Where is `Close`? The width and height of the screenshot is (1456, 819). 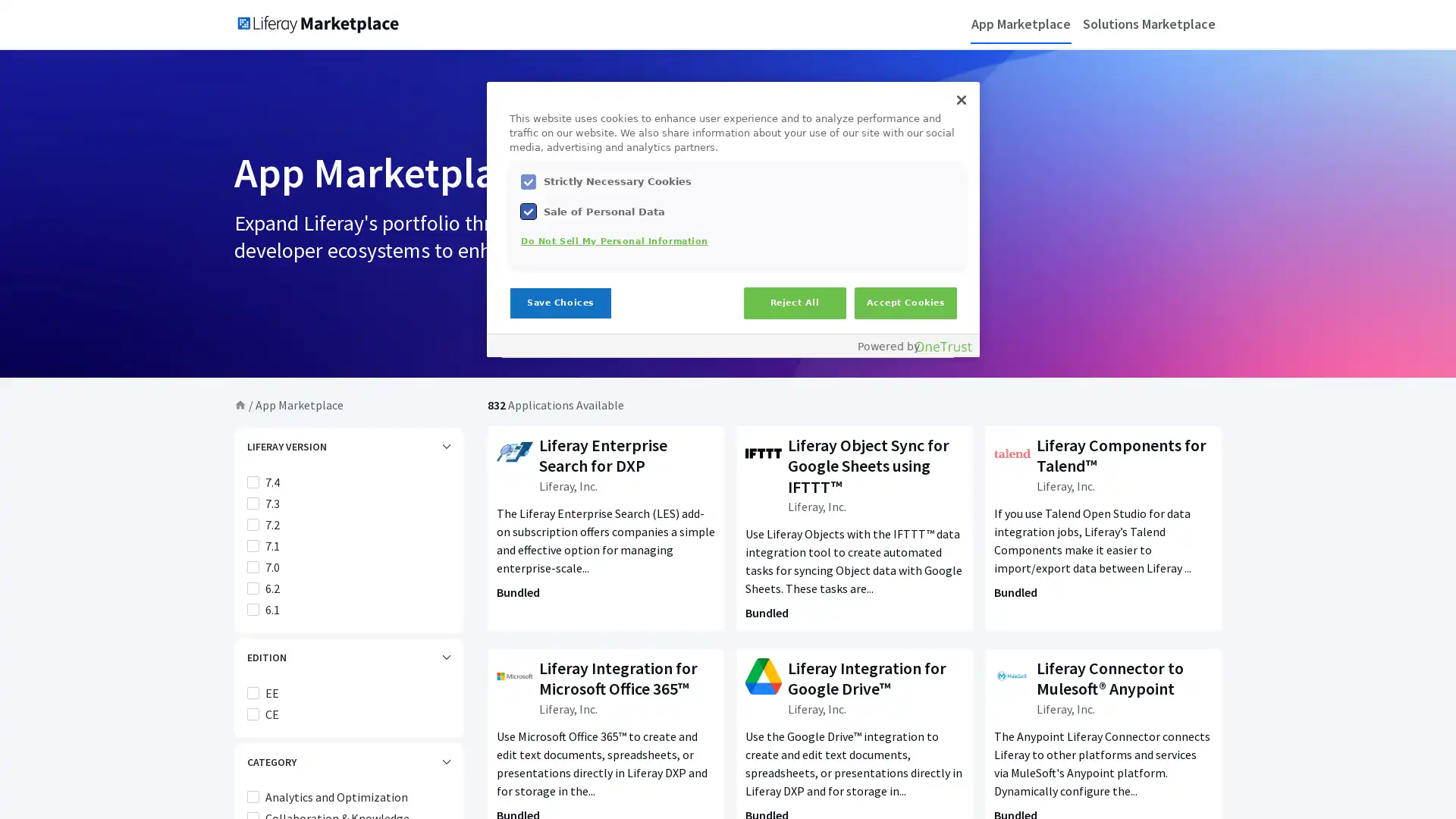
Close is located at coordinates (960, 99).